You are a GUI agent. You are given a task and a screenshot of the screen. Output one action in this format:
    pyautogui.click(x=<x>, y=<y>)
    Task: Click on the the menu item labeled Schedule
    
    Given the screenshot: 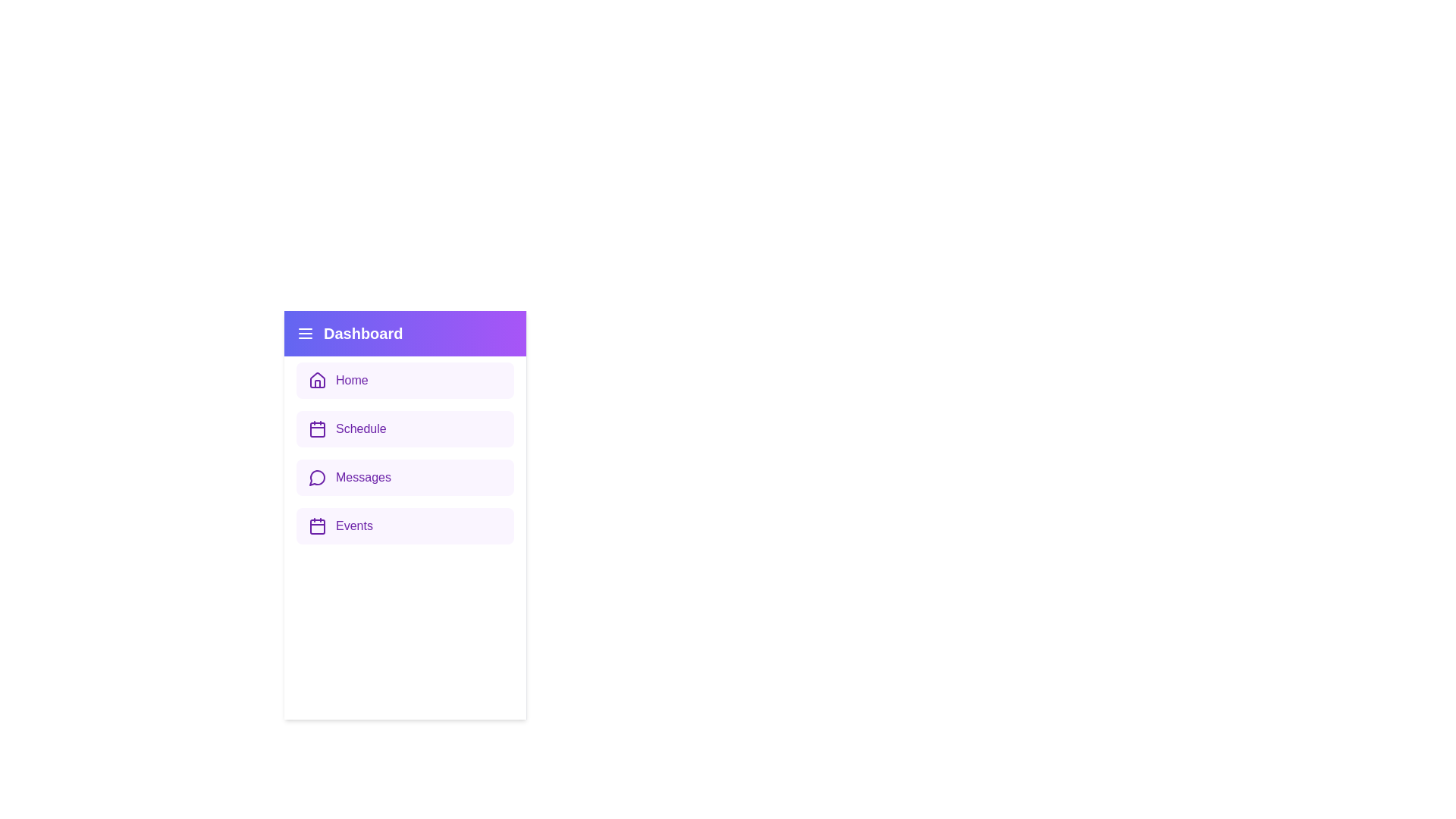 What is the action you would take?
    pyautogui.click(x=405, y=429)
    